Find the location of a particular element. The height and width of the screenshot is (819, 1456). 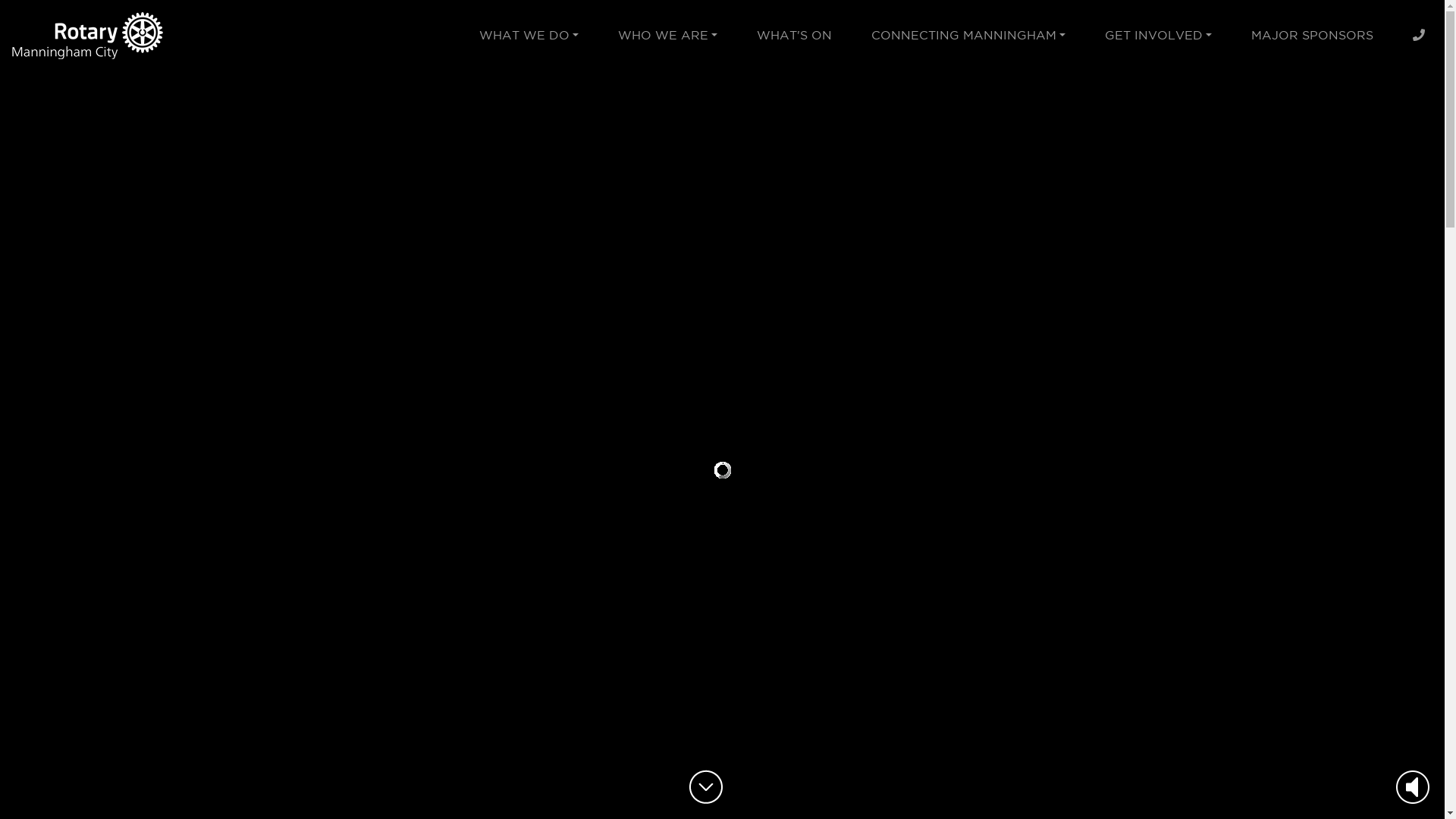

'MAJOR SPONSORS' is located at coordinates (1244, 37).